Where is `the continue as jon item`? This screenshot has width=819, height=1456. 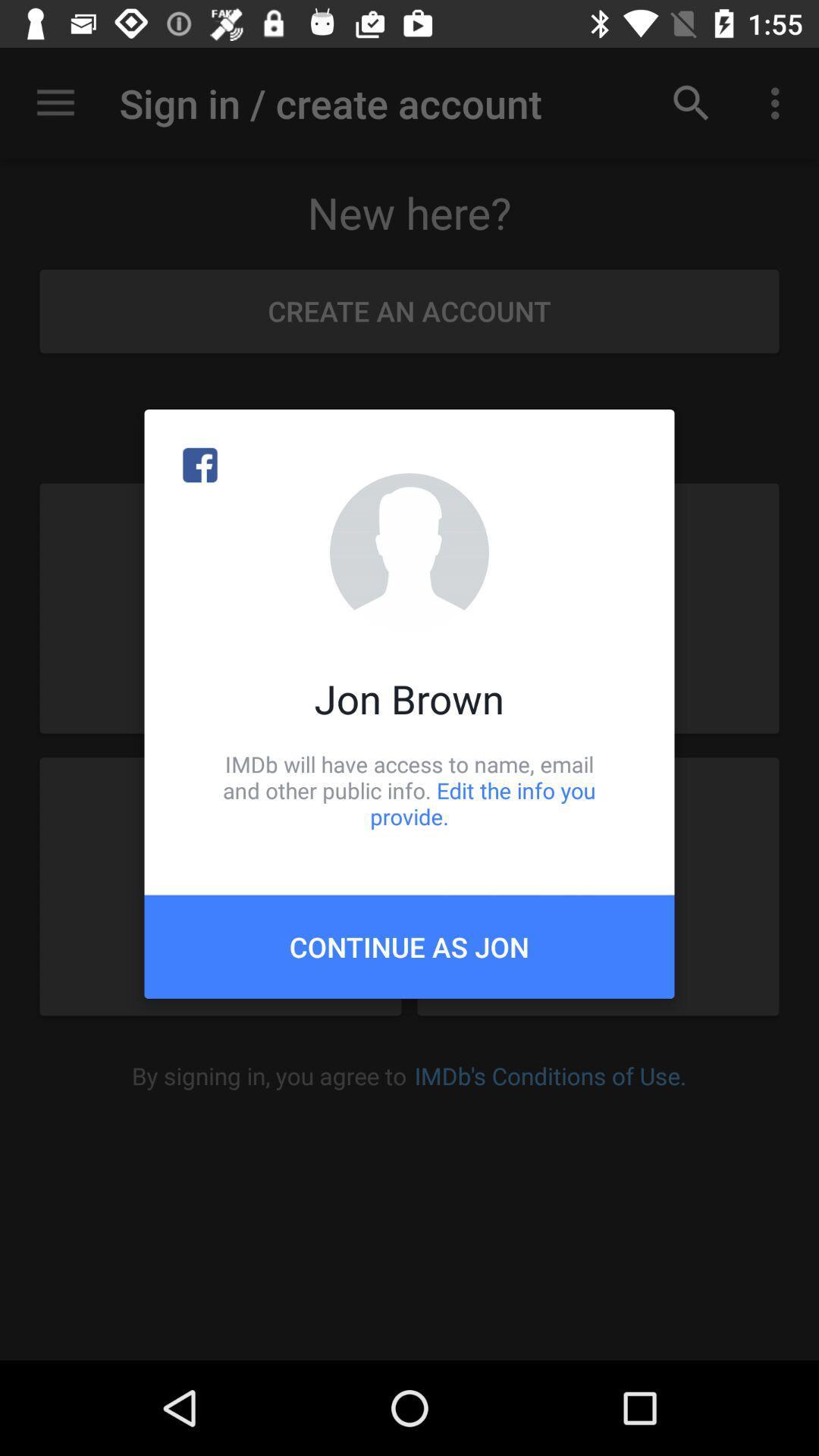 the continue as jon item is located at coordinates (409, 946).